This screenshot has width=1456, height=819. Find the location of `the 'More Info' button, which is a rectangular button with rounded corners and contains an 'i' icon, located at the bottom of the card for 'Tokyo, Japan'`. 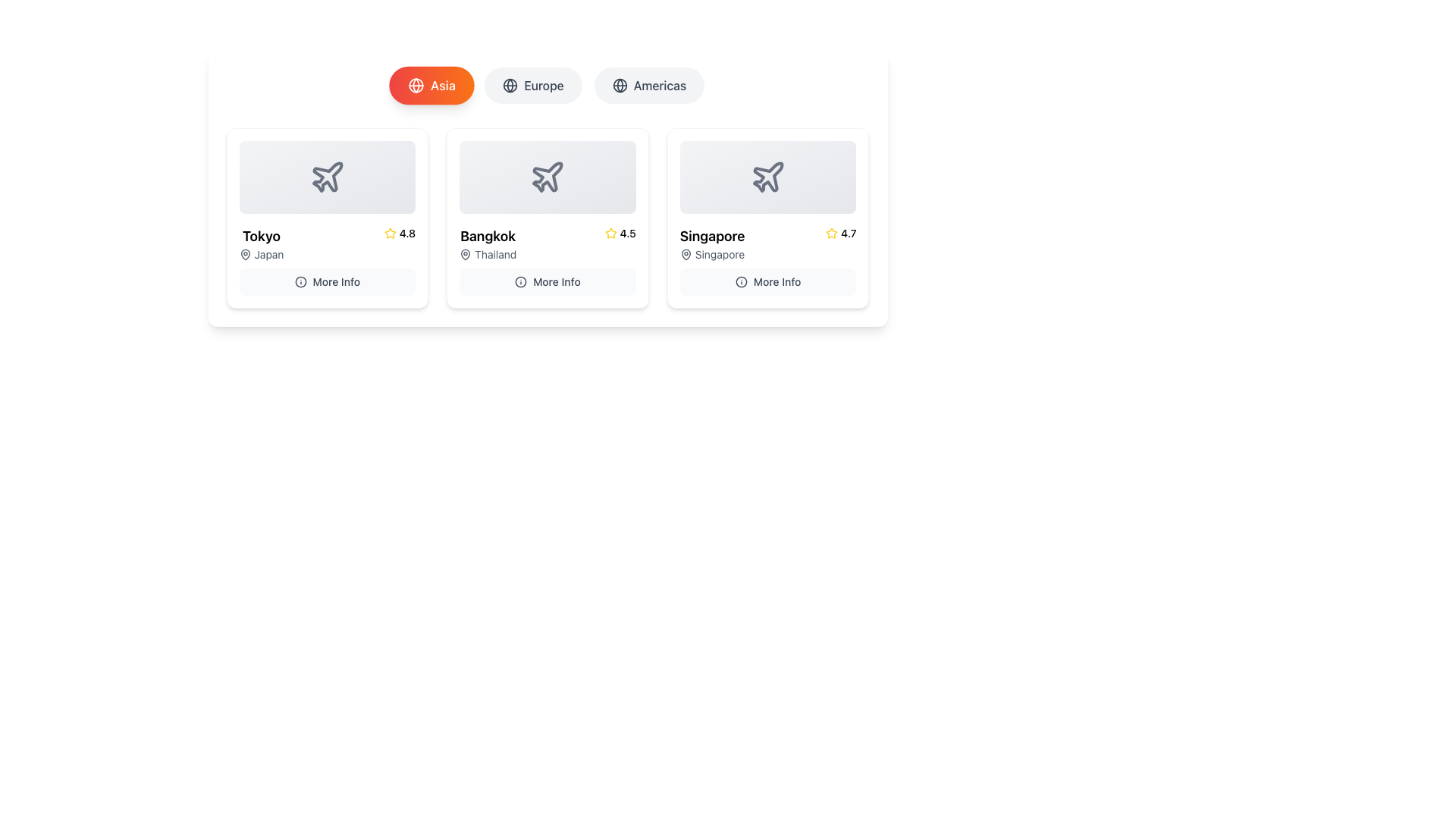

the 'More Info' button, which is a rectangular button with rounded corners and contains an 'i' icon, located at the bottom of the card for 'Tokyo, Japan' is located at coordinates (326, 281).